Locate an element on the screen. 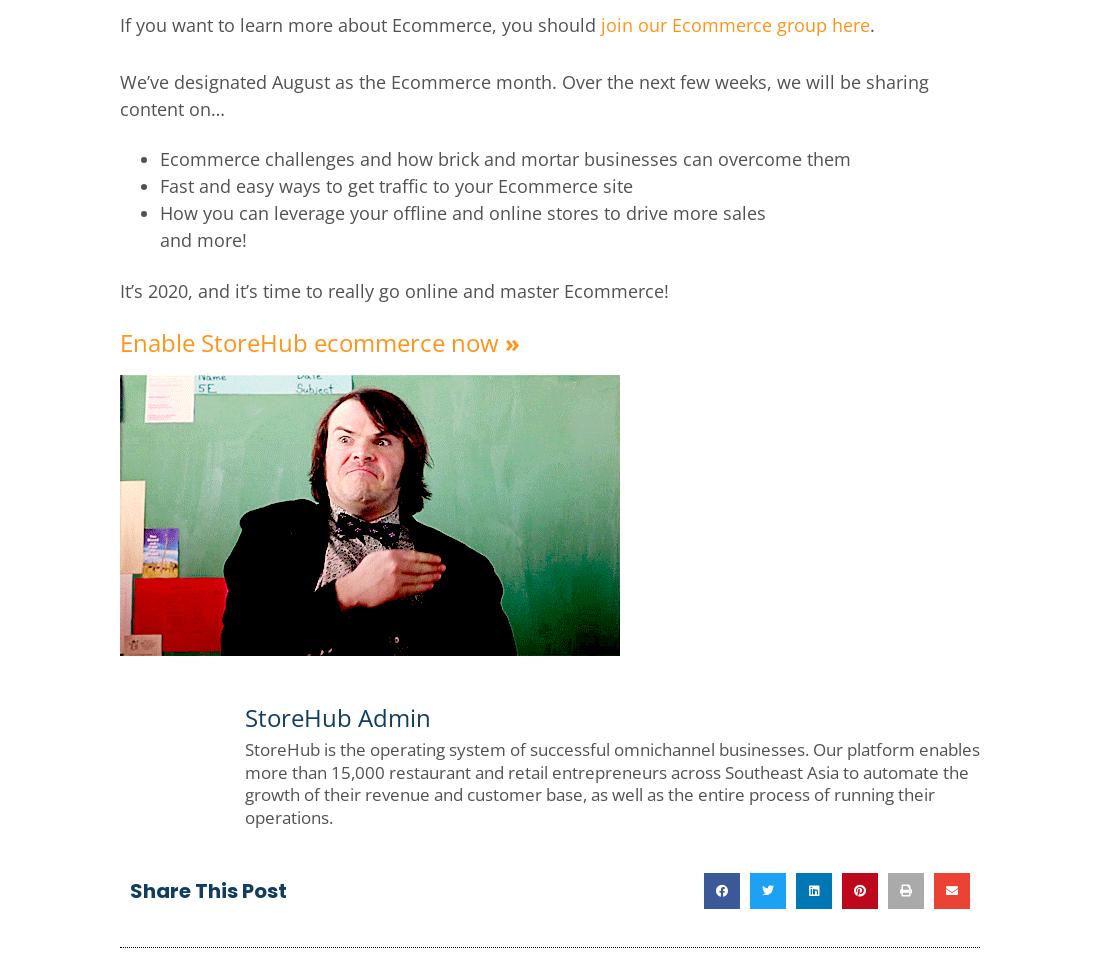 The width and height of the screenshot is (1105, 976). 'It’s 2020, and it’s time to really go online and master Ecommerce!' is located at coordinates (394, 289).